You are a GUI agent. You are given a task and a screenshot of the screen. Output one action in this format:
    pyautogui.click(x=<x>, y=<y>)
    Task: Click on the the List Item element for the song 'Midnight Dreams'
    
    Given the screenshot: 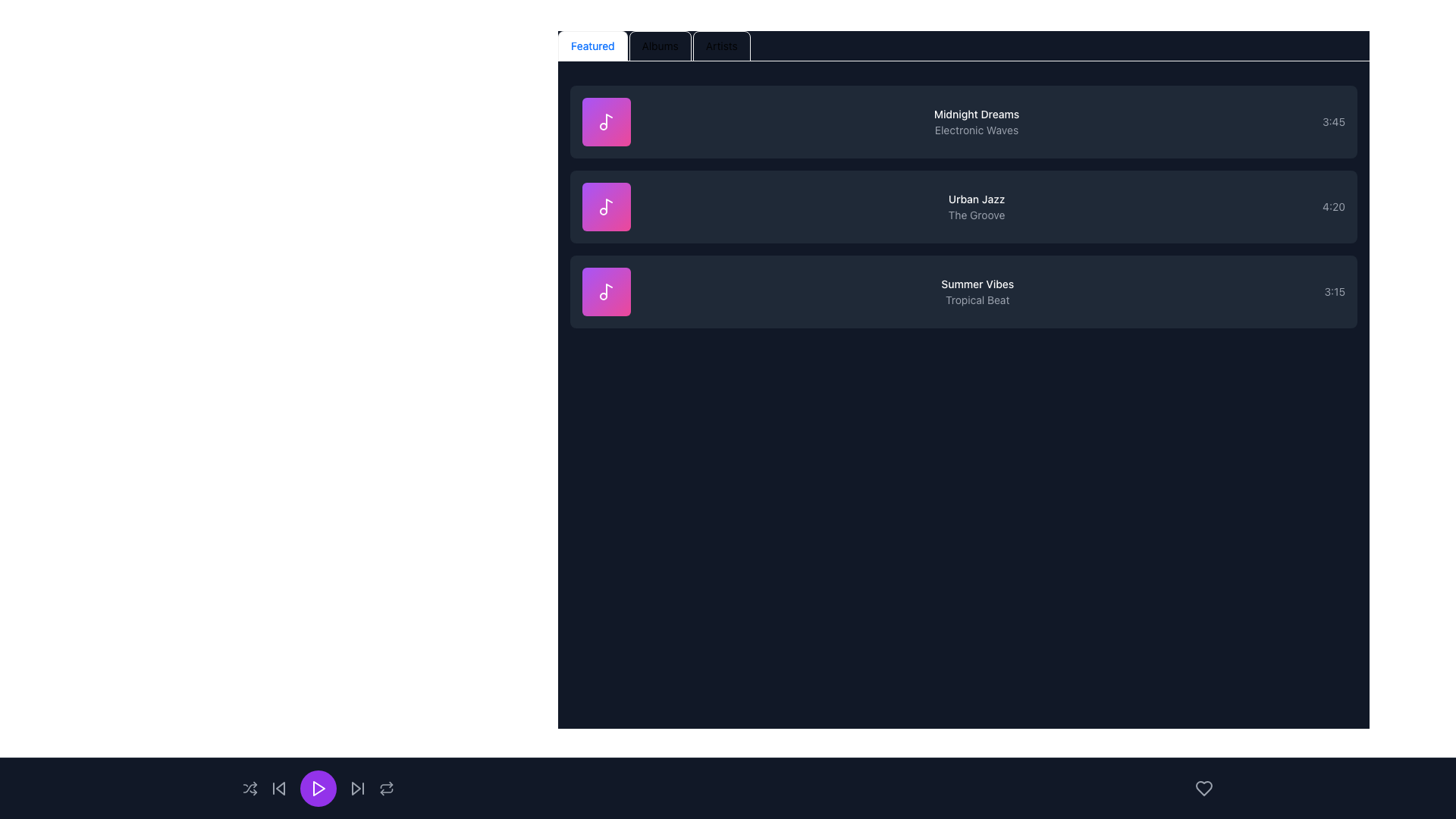 What is the action you would take?
    pyautogui.click(x=963, y=121)
    